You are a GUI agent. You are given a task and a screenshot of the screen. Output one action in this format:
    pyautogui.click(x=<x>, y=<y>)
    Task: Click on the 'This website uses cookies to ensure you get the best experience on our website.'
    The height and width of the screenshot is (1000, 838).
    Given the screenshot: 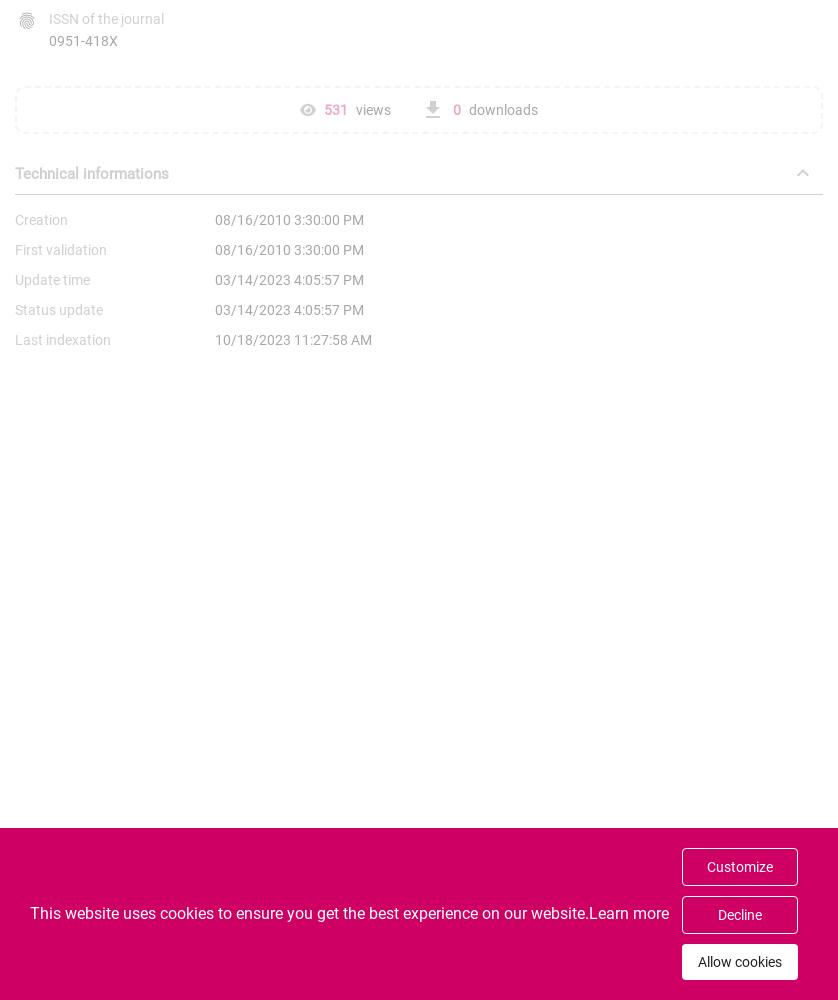 What is the action you would take?
    pyautogui.click(x=308, y=912)
    